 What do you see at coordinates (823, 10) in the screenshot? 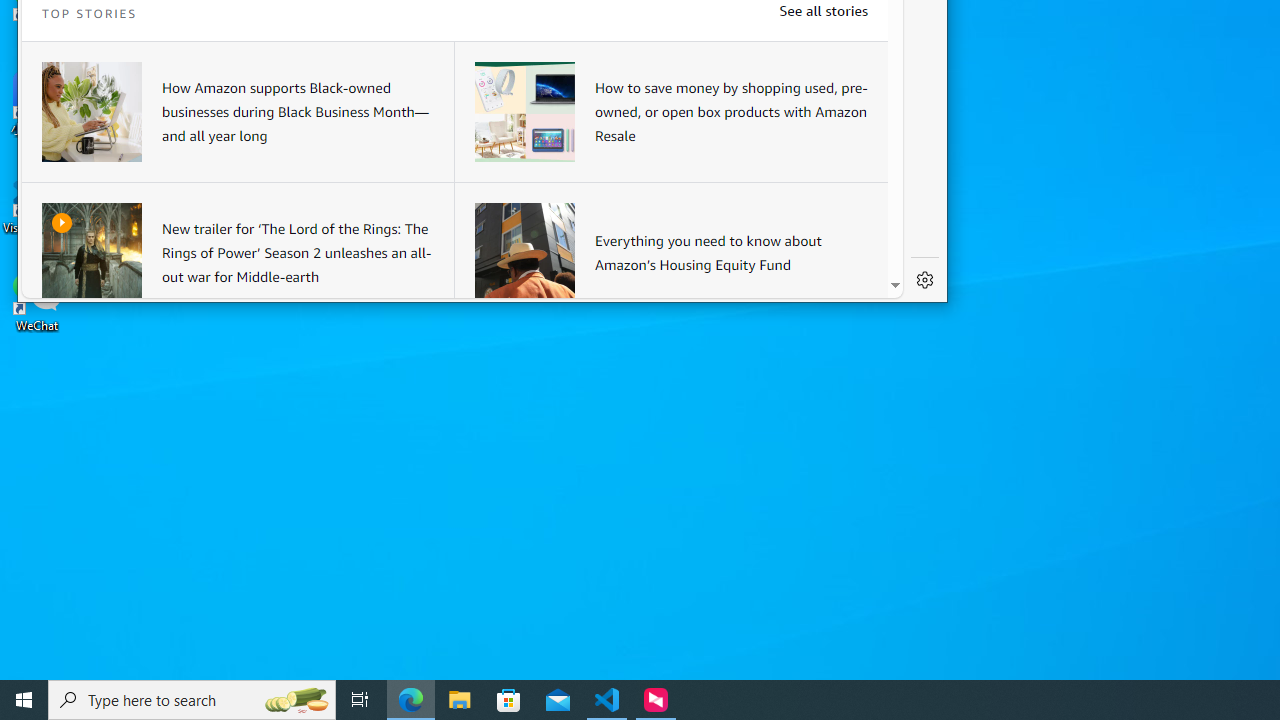
I see `'See all stories'` at bounding box center [823, 10].